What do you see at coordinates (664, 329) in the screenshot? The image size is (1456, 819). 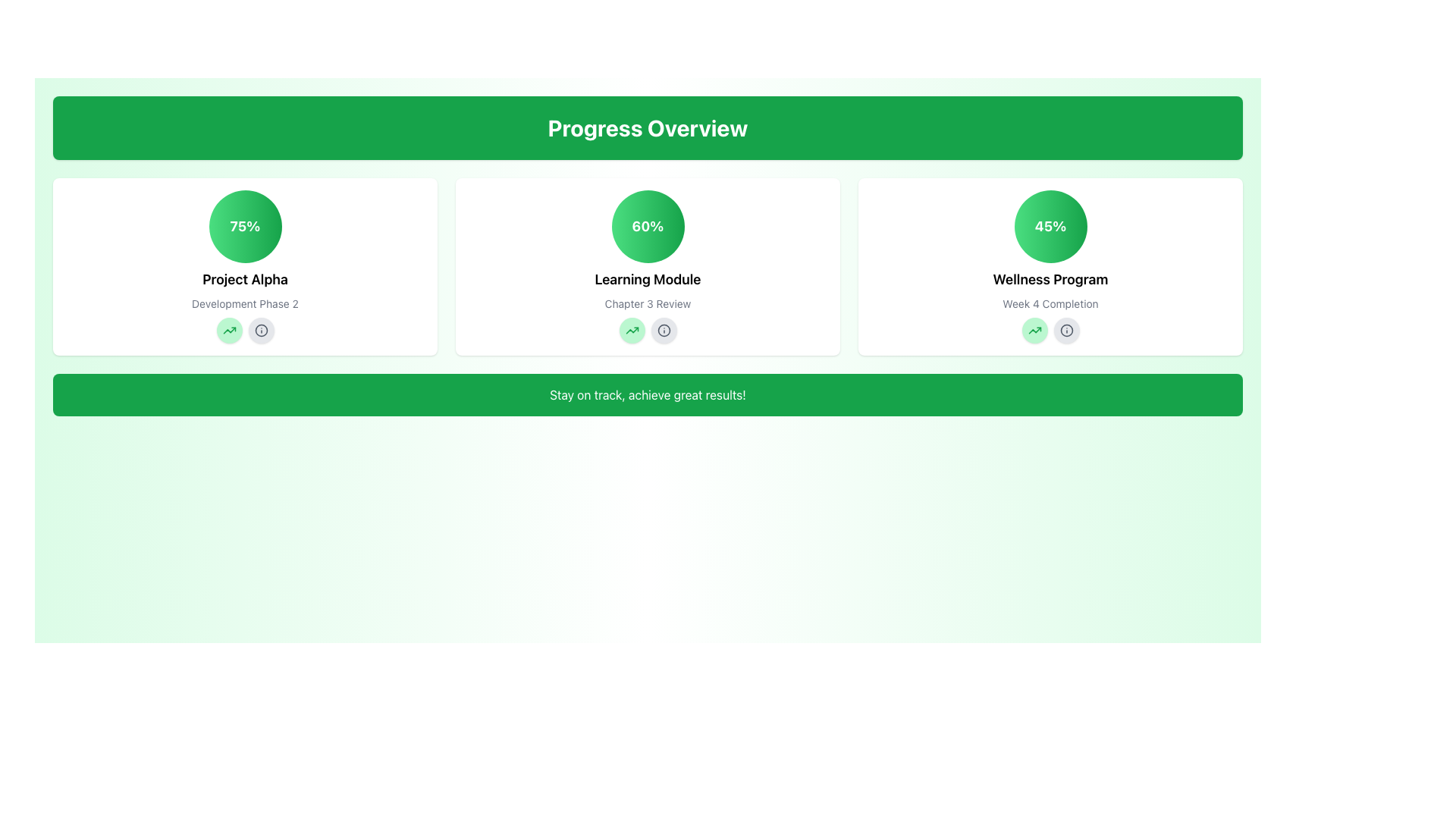 I see `the circular informational button with a light gray background and dark gray border, located in the 'Learning Module' card` at bounding box center [664, 329].